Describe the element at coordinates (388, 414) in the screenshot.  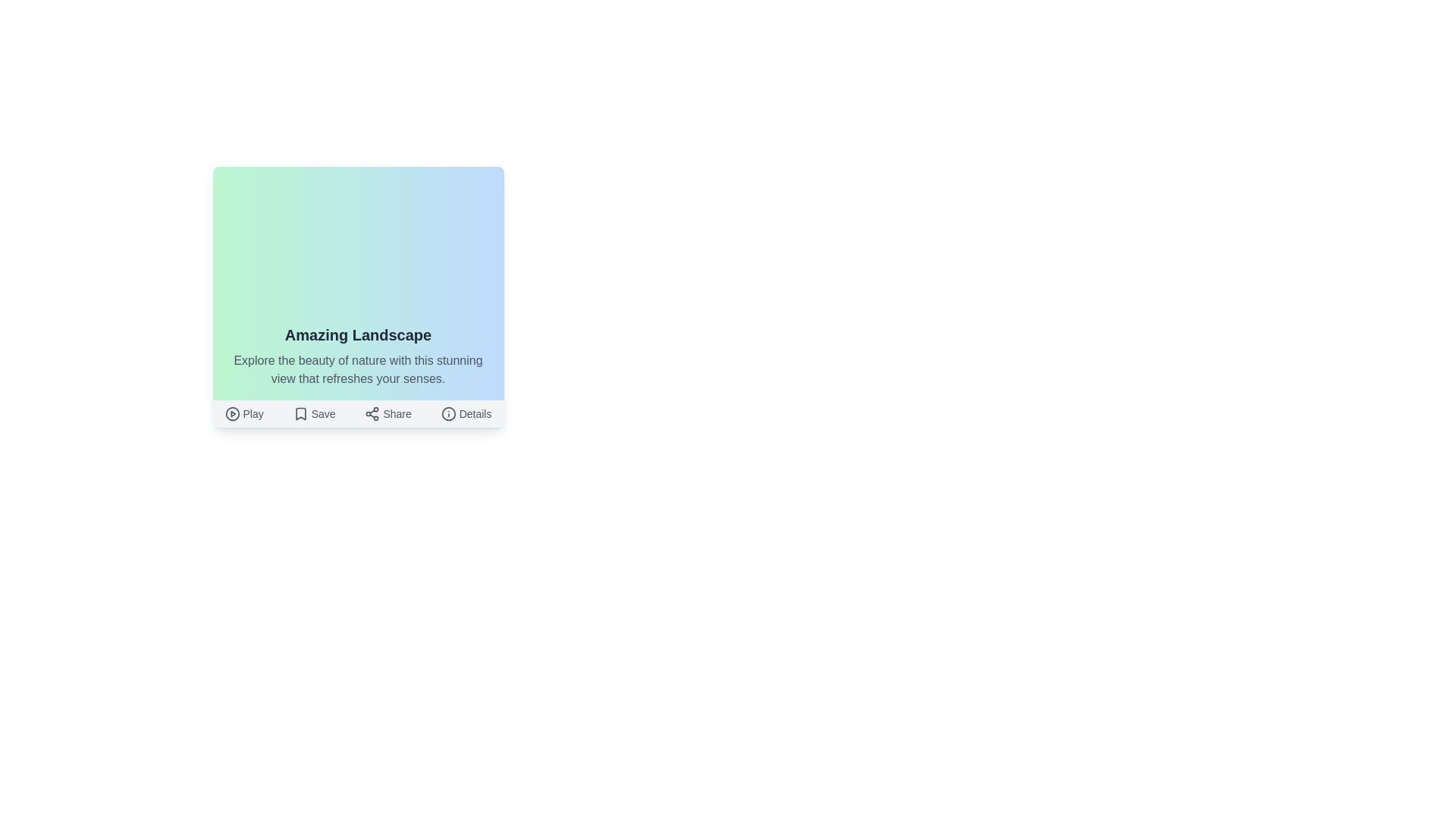
I see `the Share button, which is the third interactive option in a horizontal group at the bottom of the card interface, located between the Save and Details buttons` at that location.